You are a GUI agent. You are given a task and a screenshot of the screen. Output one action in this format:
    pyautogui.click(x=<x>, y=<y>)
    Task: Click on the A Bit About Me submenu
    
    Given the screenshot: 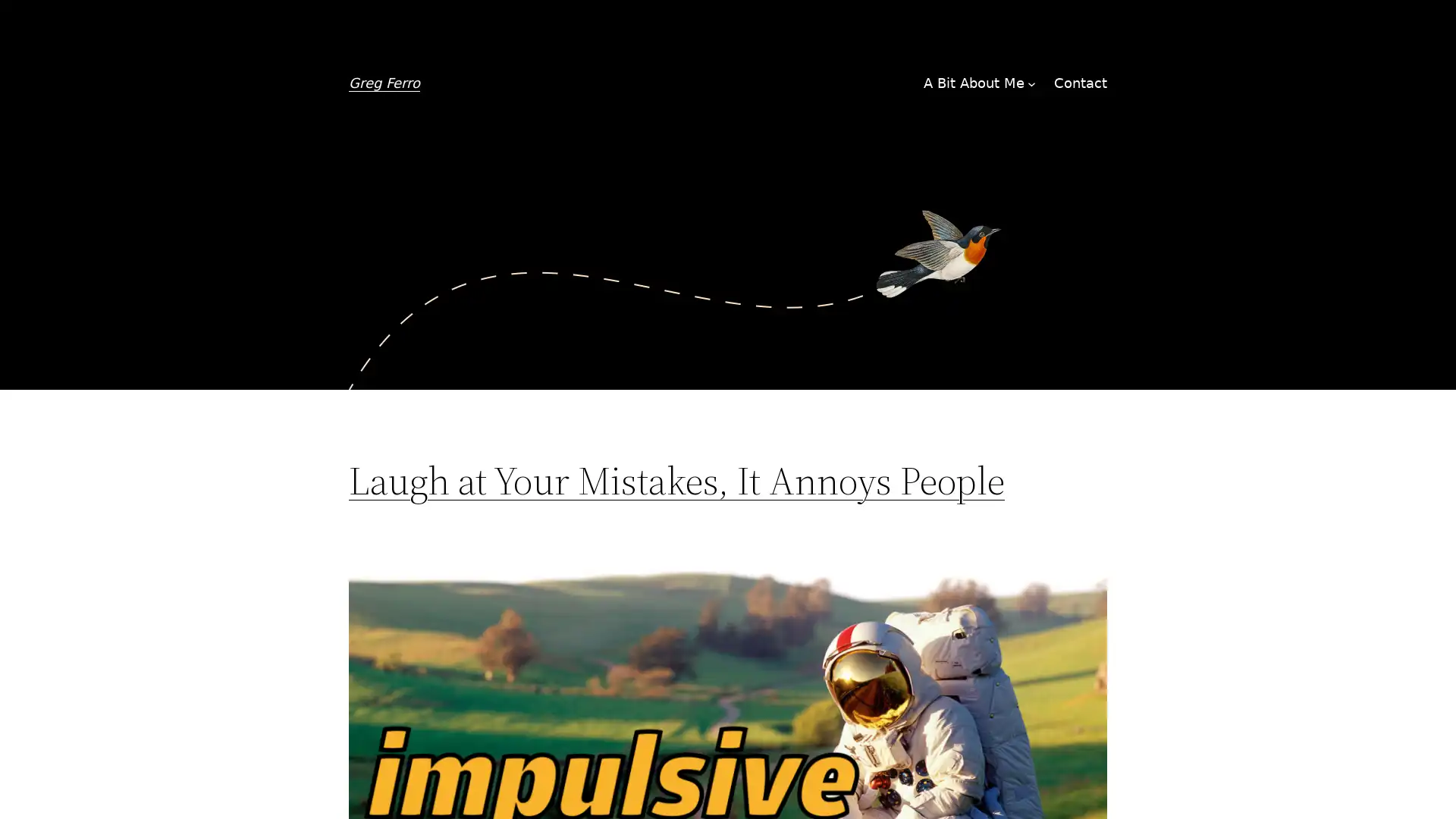 What is the action you would take?
    pyautogui.click(x=1031, y=83)
    